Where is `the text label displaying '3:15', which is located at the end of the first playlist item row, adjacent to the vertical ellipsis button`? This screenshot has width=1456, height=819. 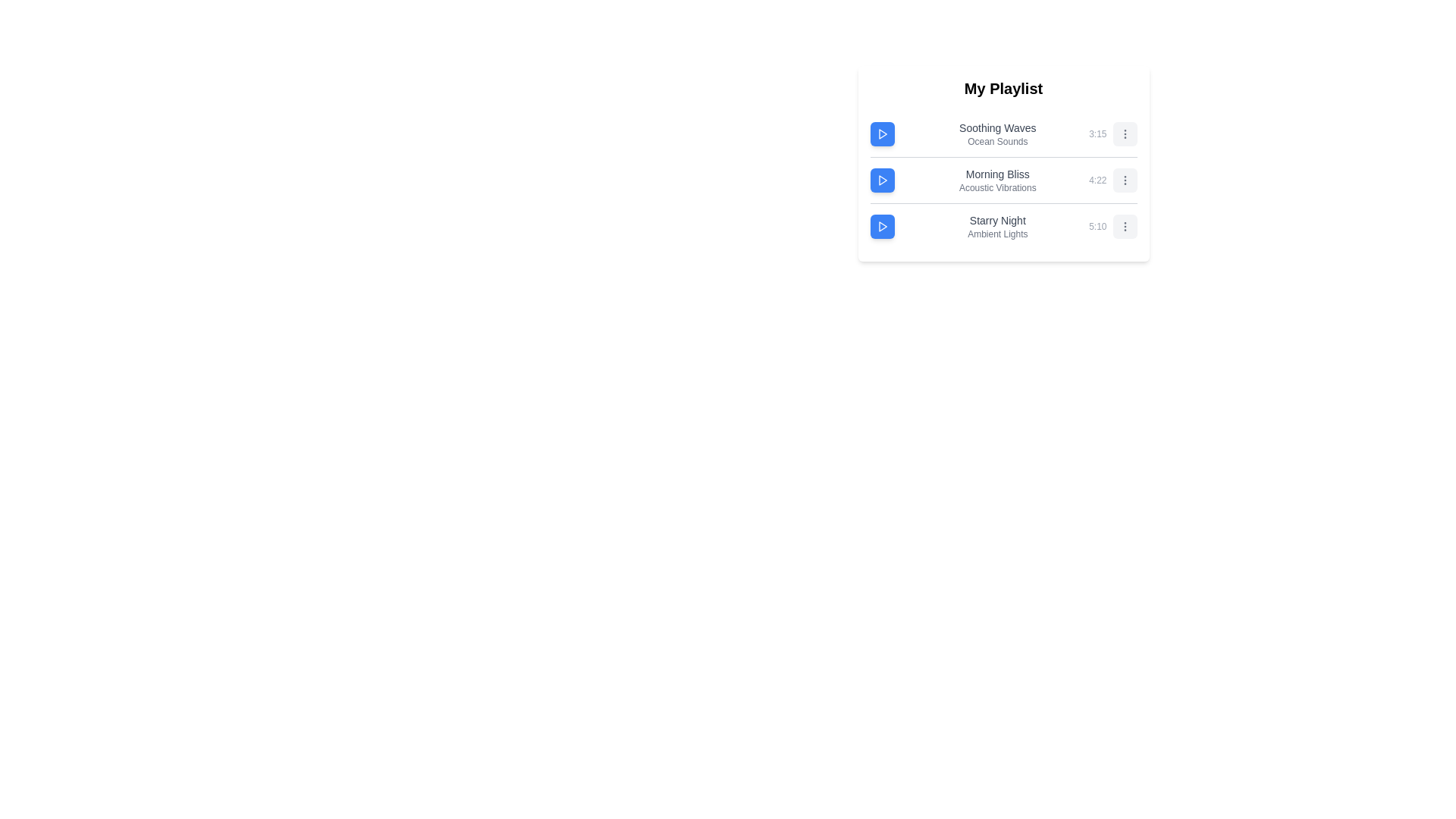
the text label displaying '3:15', which is located at the end of the first playlist item row, adjacent to the vertical ellipsis button is located at coordinates (1097, 133).